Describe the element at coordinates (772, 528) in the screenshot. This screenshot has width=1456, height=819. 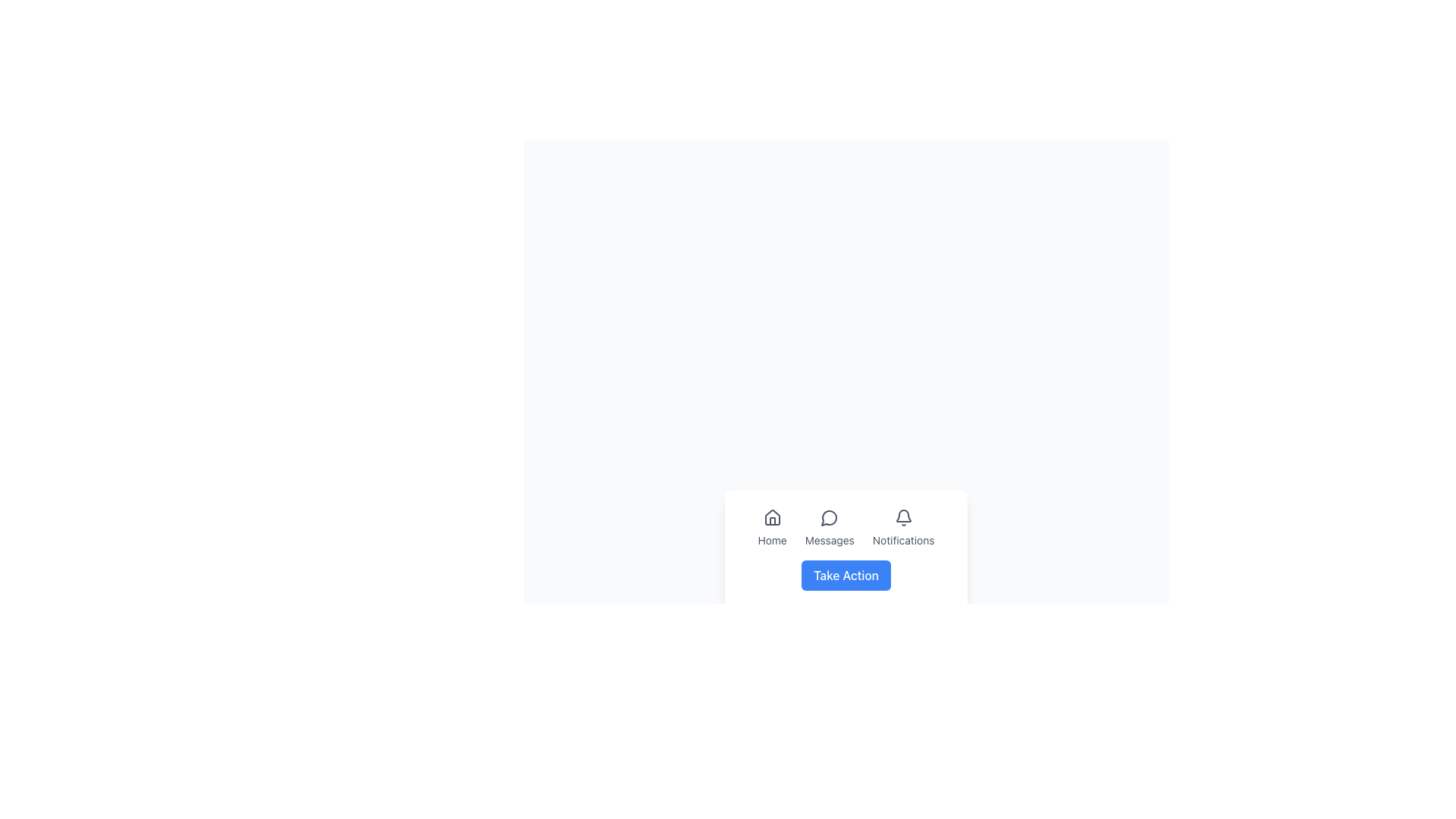
I see `the Navigation Button located in the lower central area of the view` at that location.